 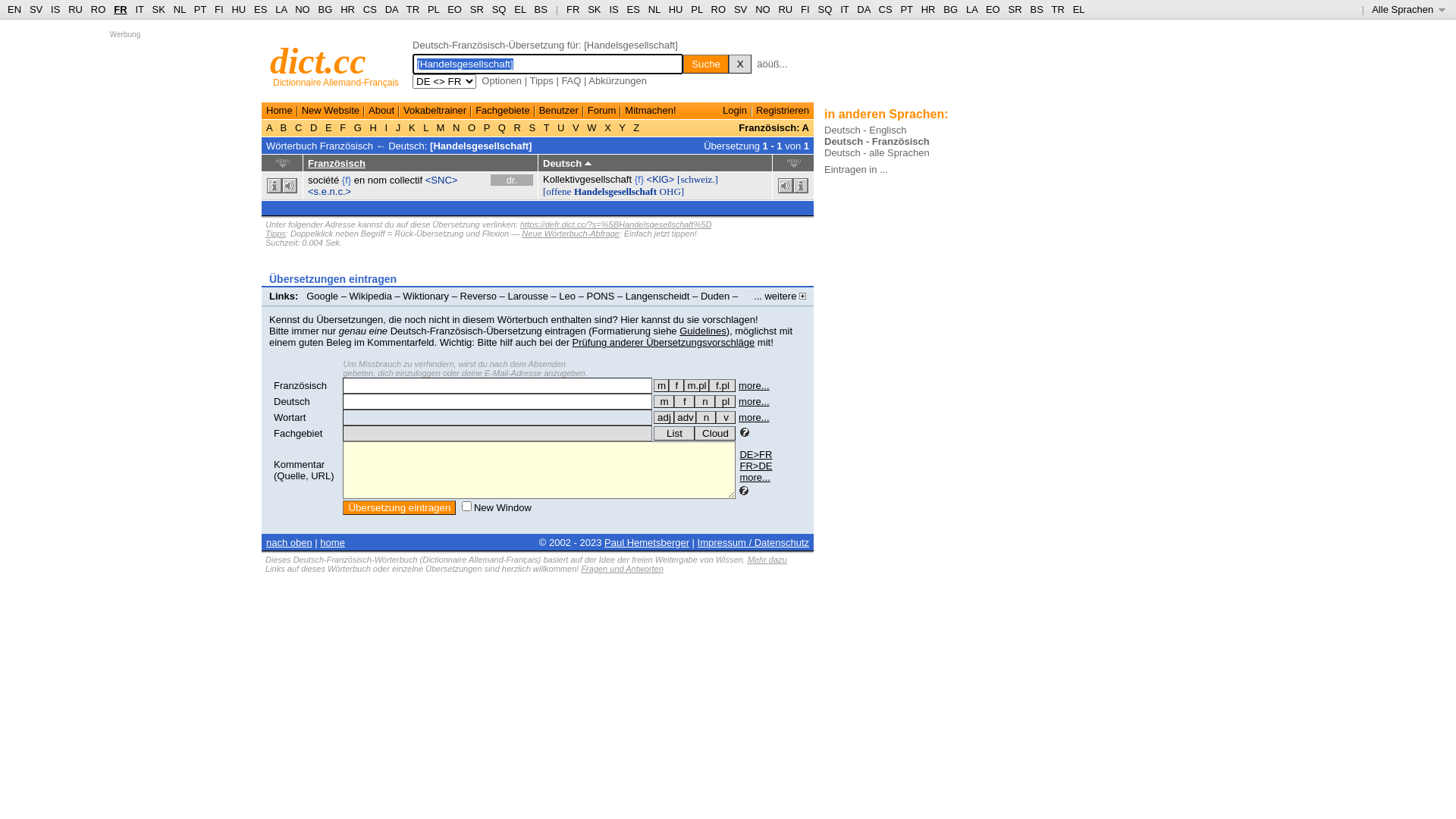 What do you see at coordinates (475, 109) in the screenshot?
I see `'Fachgebiete'` at bounding box center [475, 109].